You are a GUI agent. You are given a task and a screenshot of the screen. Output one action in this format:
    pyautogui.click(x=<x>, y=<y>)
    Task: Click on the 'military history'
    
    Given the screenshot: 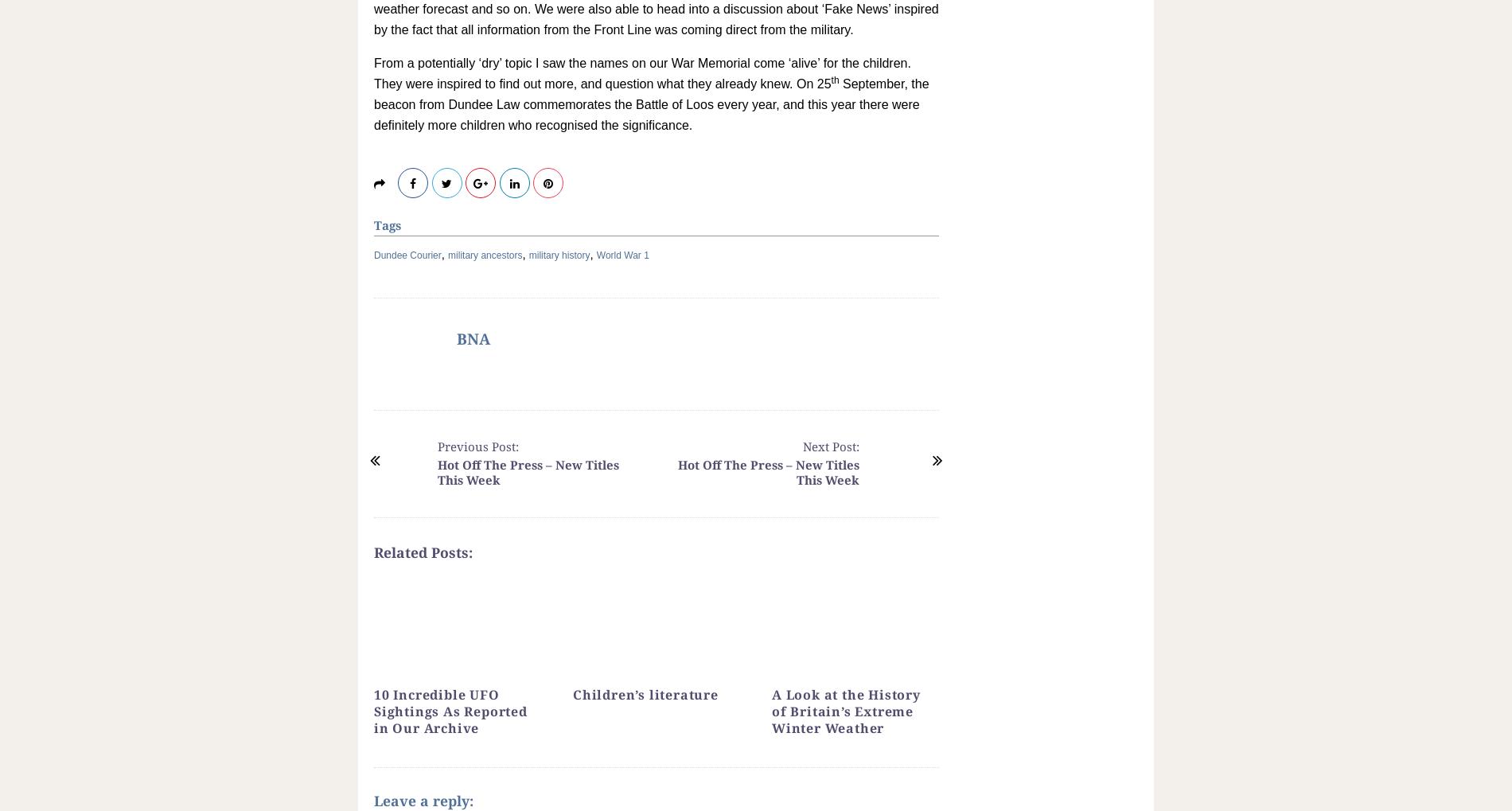 What is the action you would take?
    pyautogui.click(x=559, y=254)
    